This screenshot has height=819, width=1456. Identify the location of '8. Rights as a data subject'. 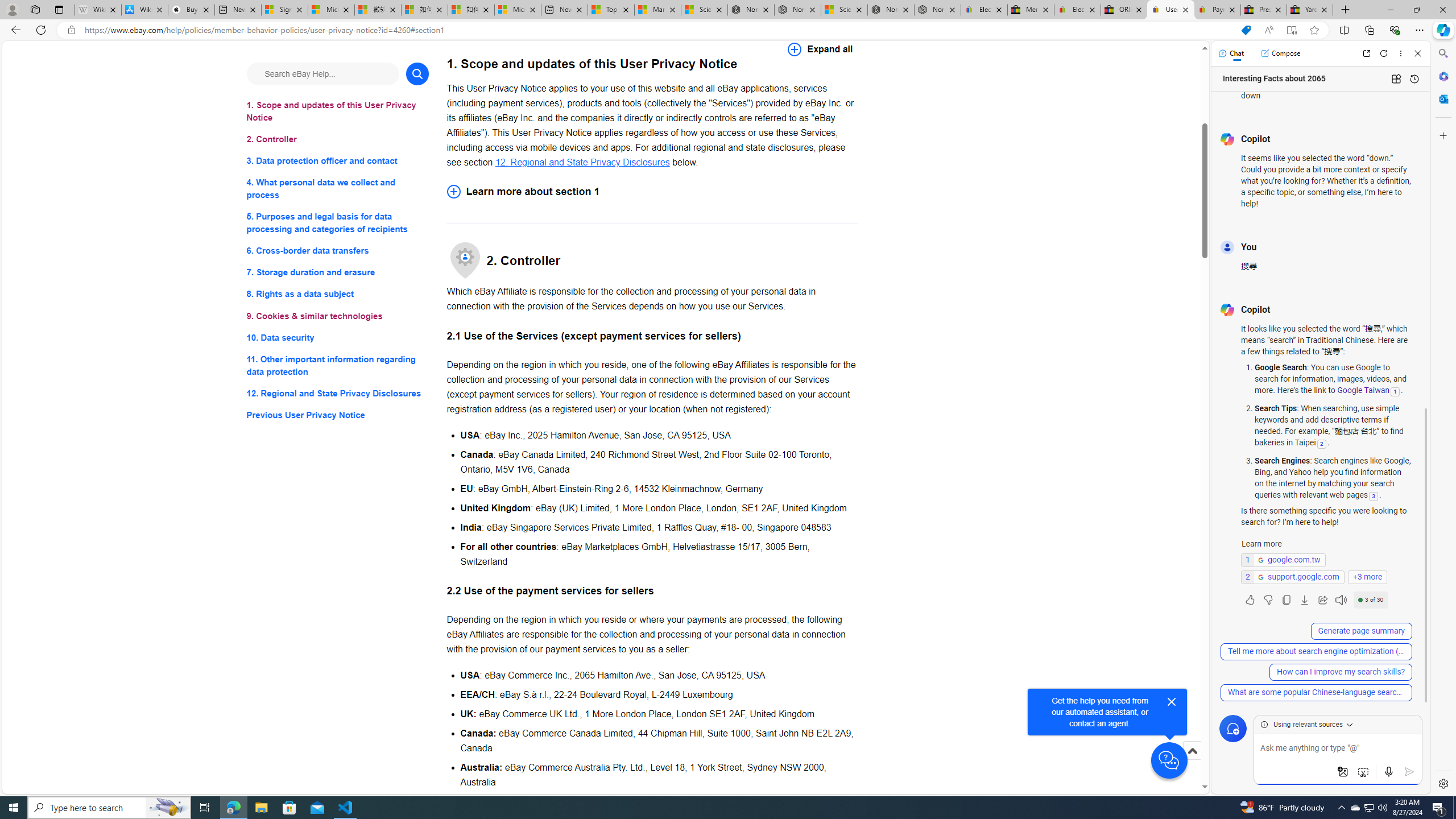
(337, 293).